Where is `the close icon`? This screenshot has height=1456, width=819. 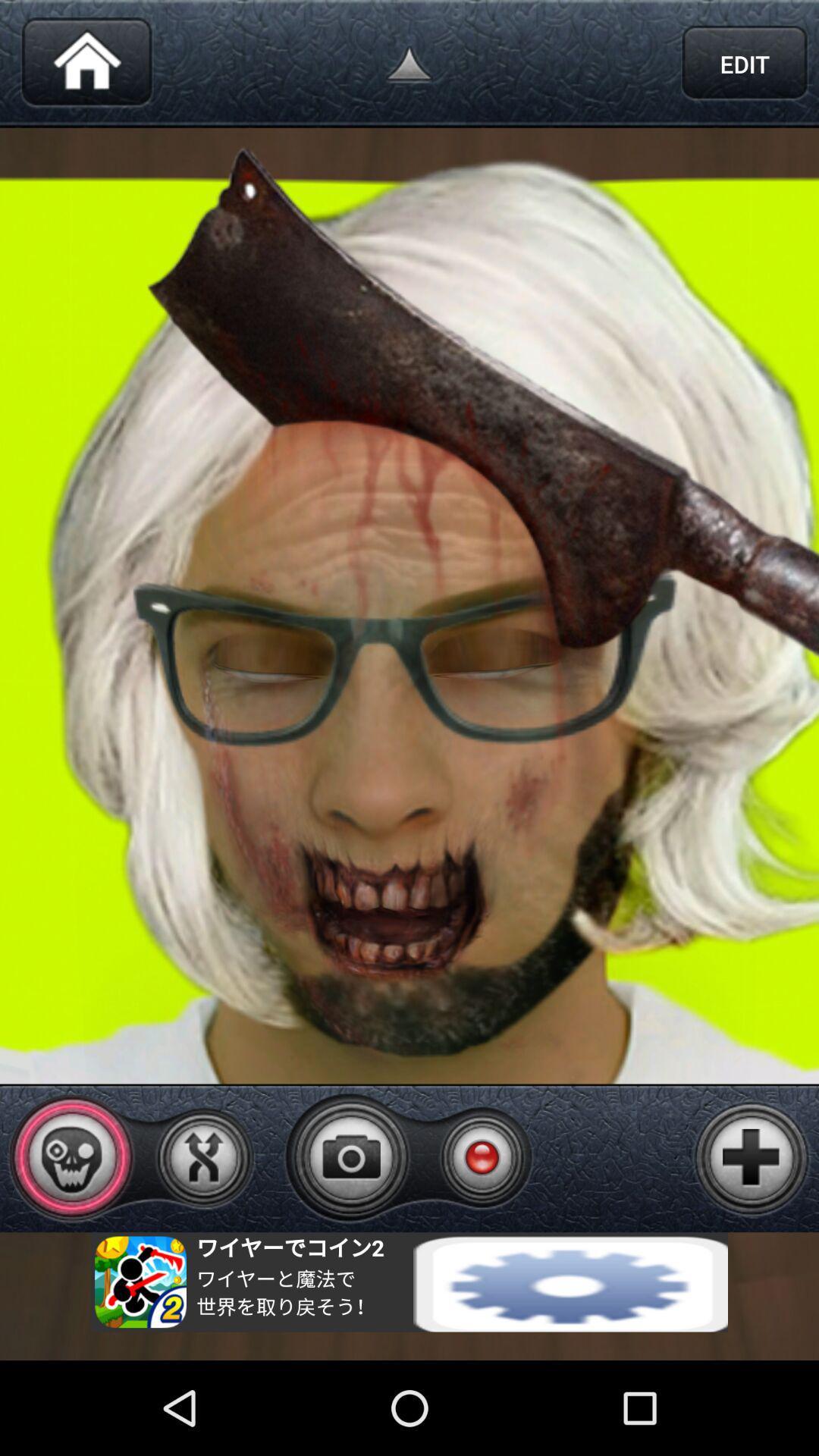 the close icon is located at coordinates (202, 1239).